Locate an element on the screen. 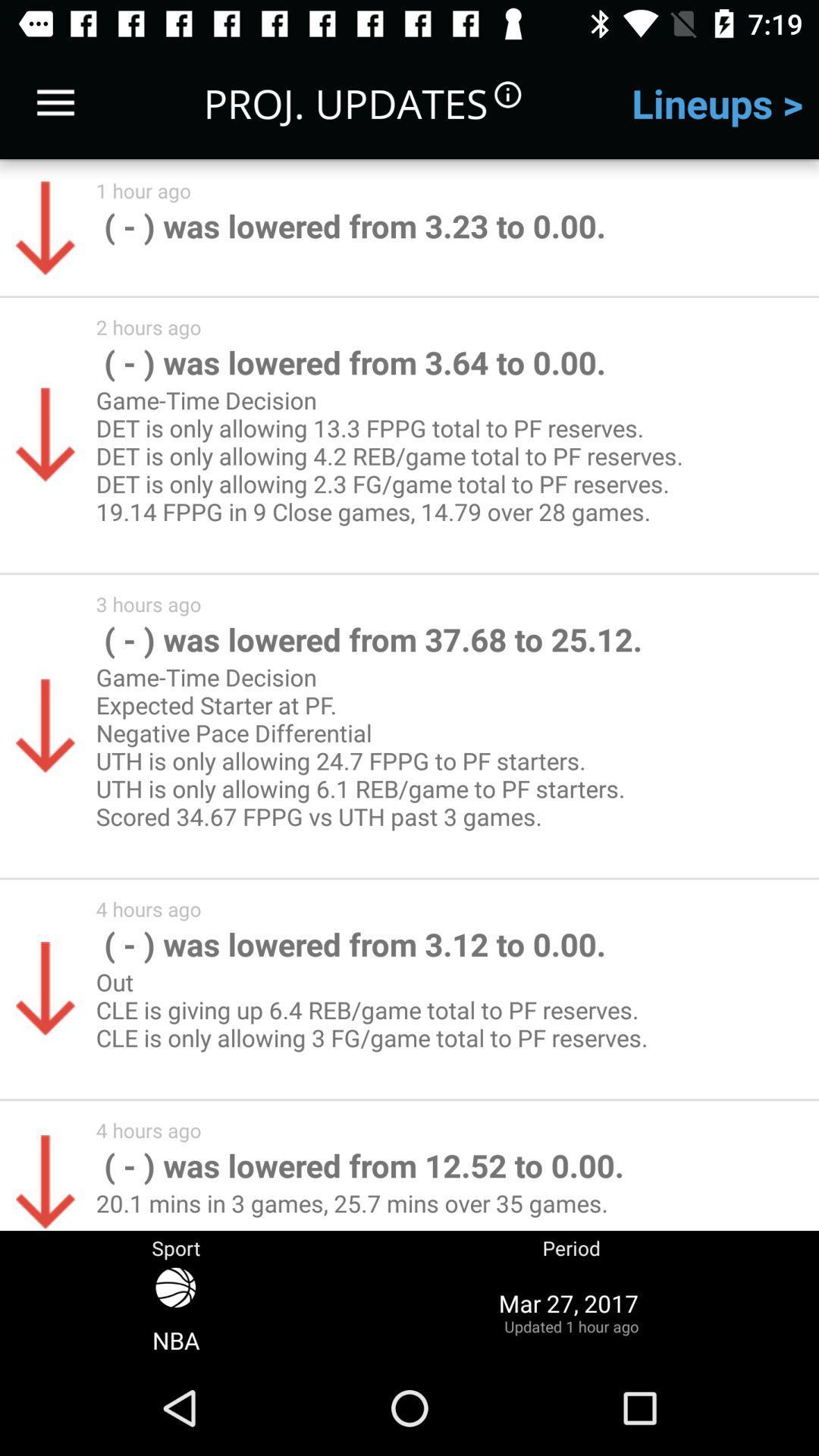 This screenshot has width=819, height=1456. item to the right of sport is located at coordinates (571, 1311).